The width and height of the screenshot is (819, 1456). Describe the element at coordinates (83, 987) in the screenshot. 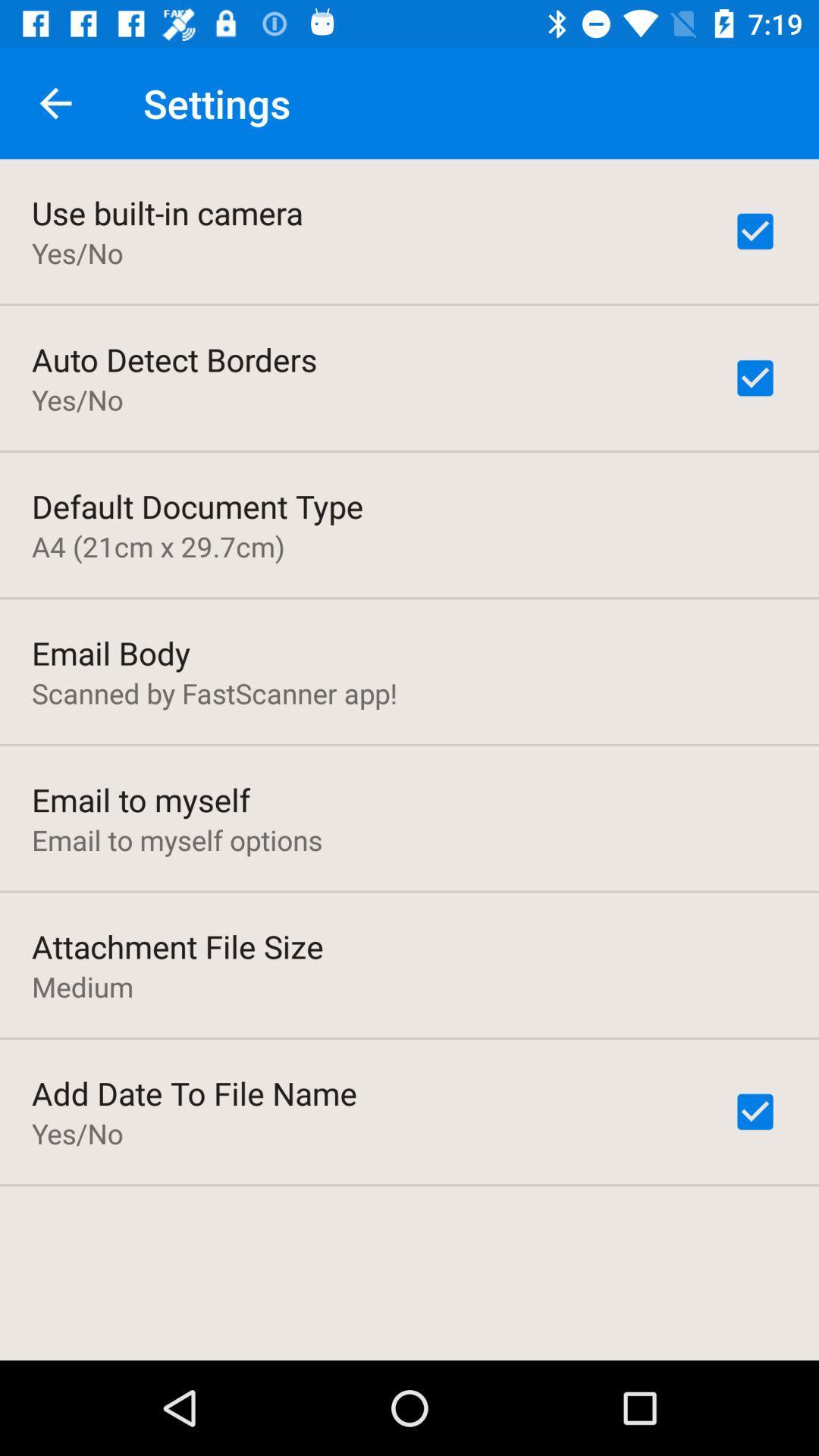

I see `item below attachment file size item` at that location.